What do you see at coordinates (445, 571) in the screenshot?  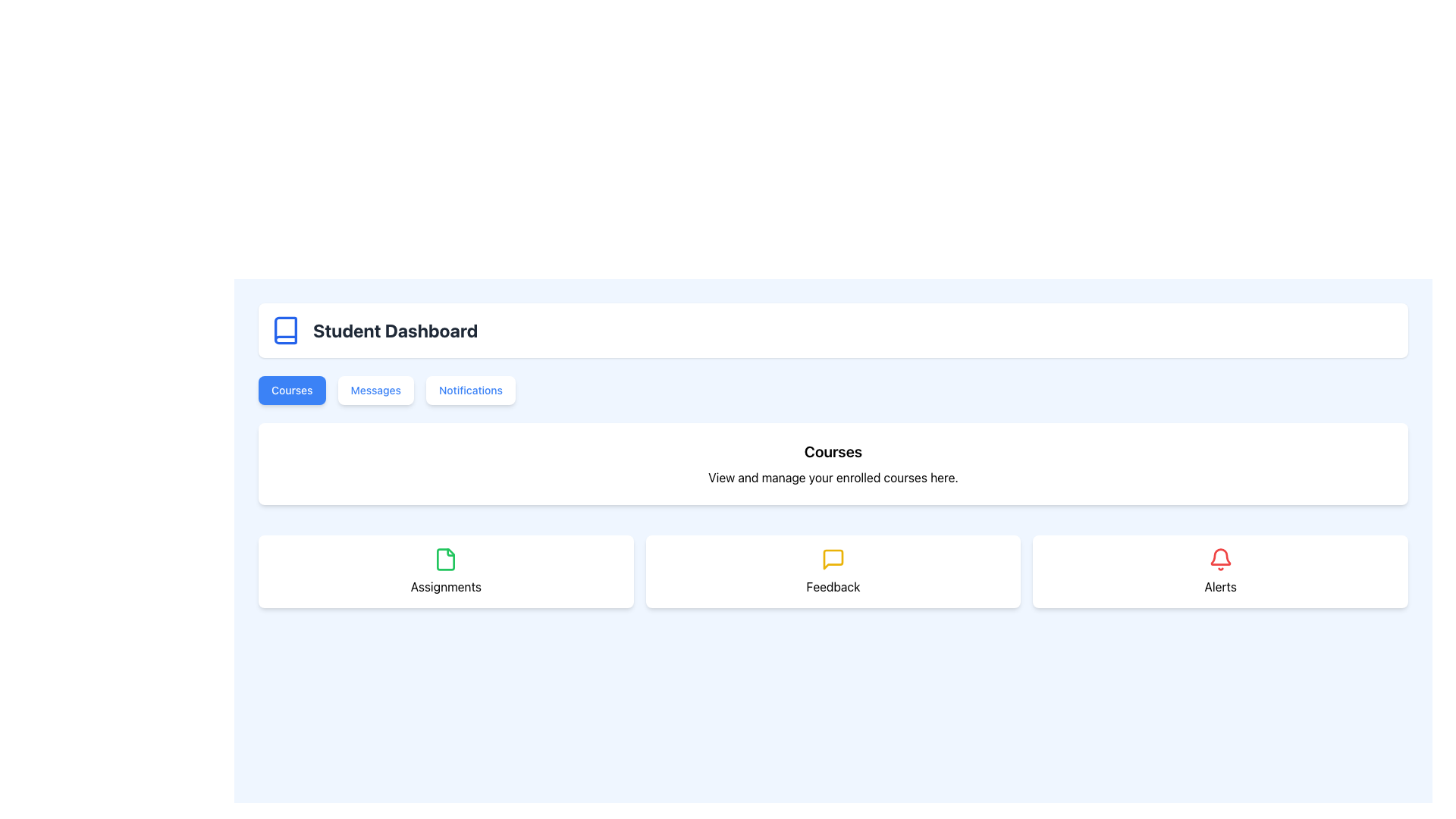 I see `the white card labeled 'Assignments' that contains a green document icon, located at the leftmost position in the three-column grid layout` at bounding box center [445, 571].